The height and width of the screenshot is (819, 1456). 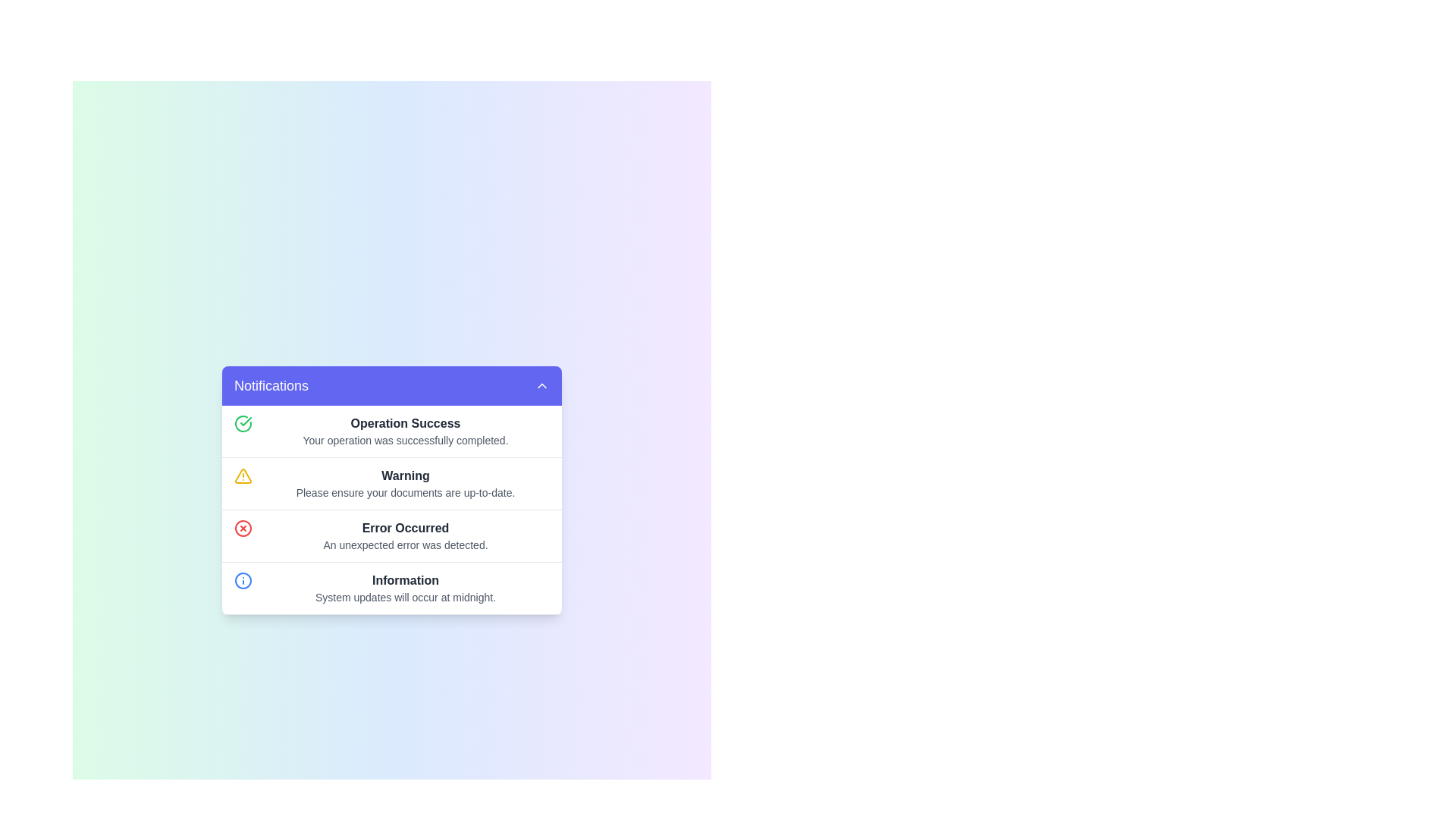 What do you see at coordinates (405, 535) in the screenshot?
I see `informational notification text block indicating an error event, which is the third message in the vertical notification list, located below 'Warning' and above 'Information'` at bounding box center [405, 535].